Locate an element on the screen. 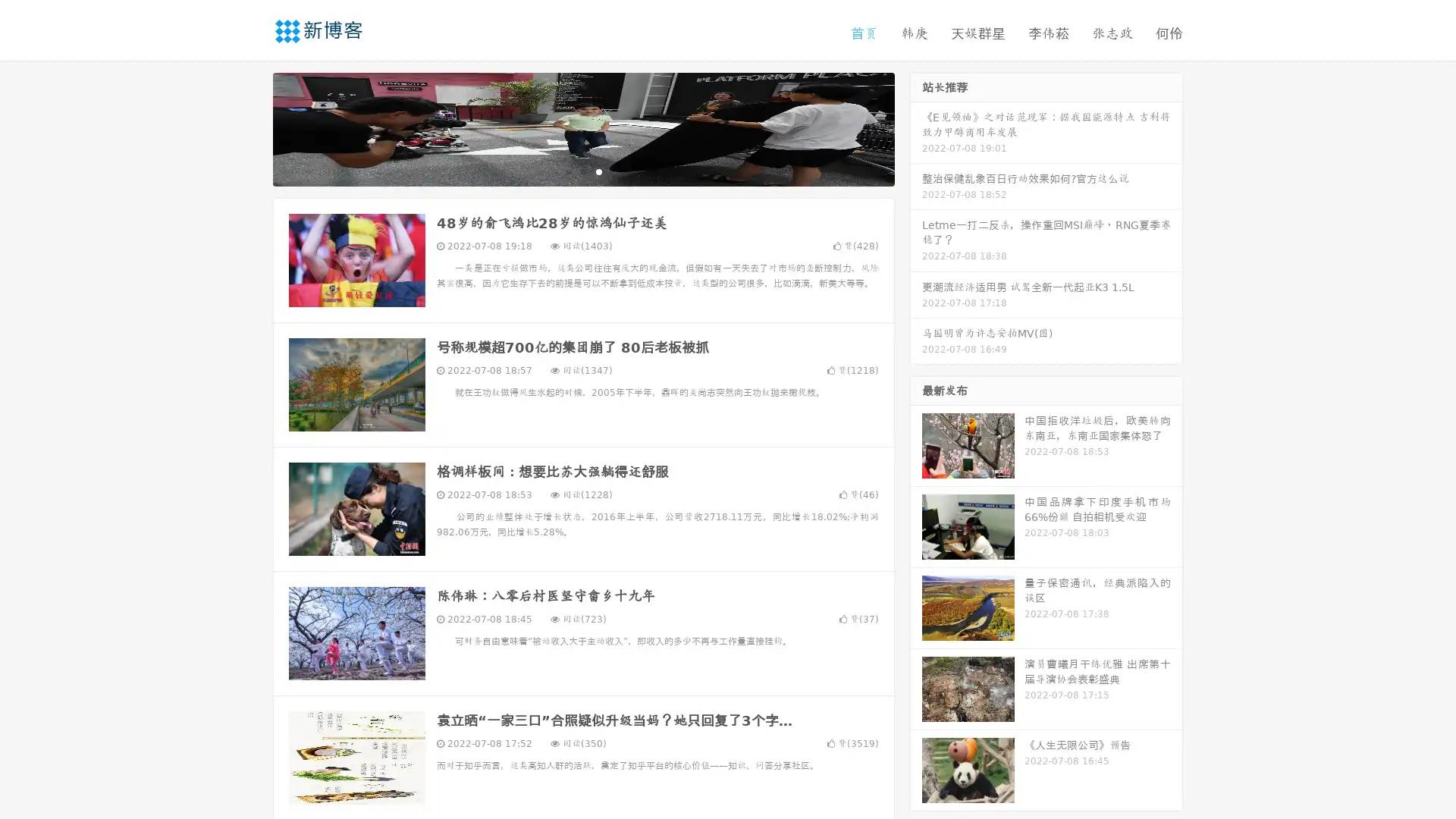 This screenshot has height=819, width=1456. Go to slide 1 is located at coordinates (567, 171).